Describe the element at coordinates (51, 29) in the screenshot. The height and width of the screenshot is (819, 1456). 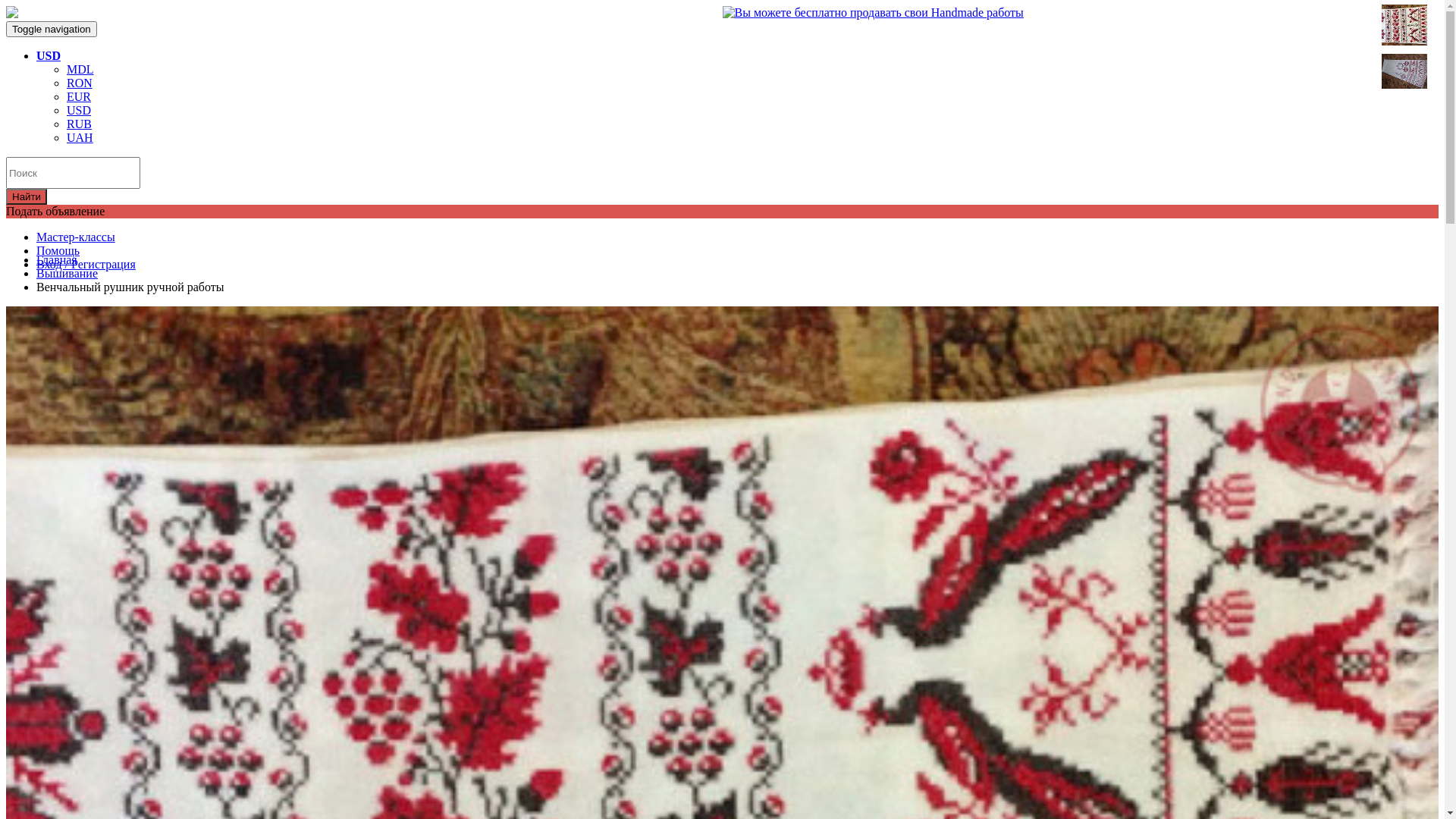
I see `'Toggle navigation'` at that location.